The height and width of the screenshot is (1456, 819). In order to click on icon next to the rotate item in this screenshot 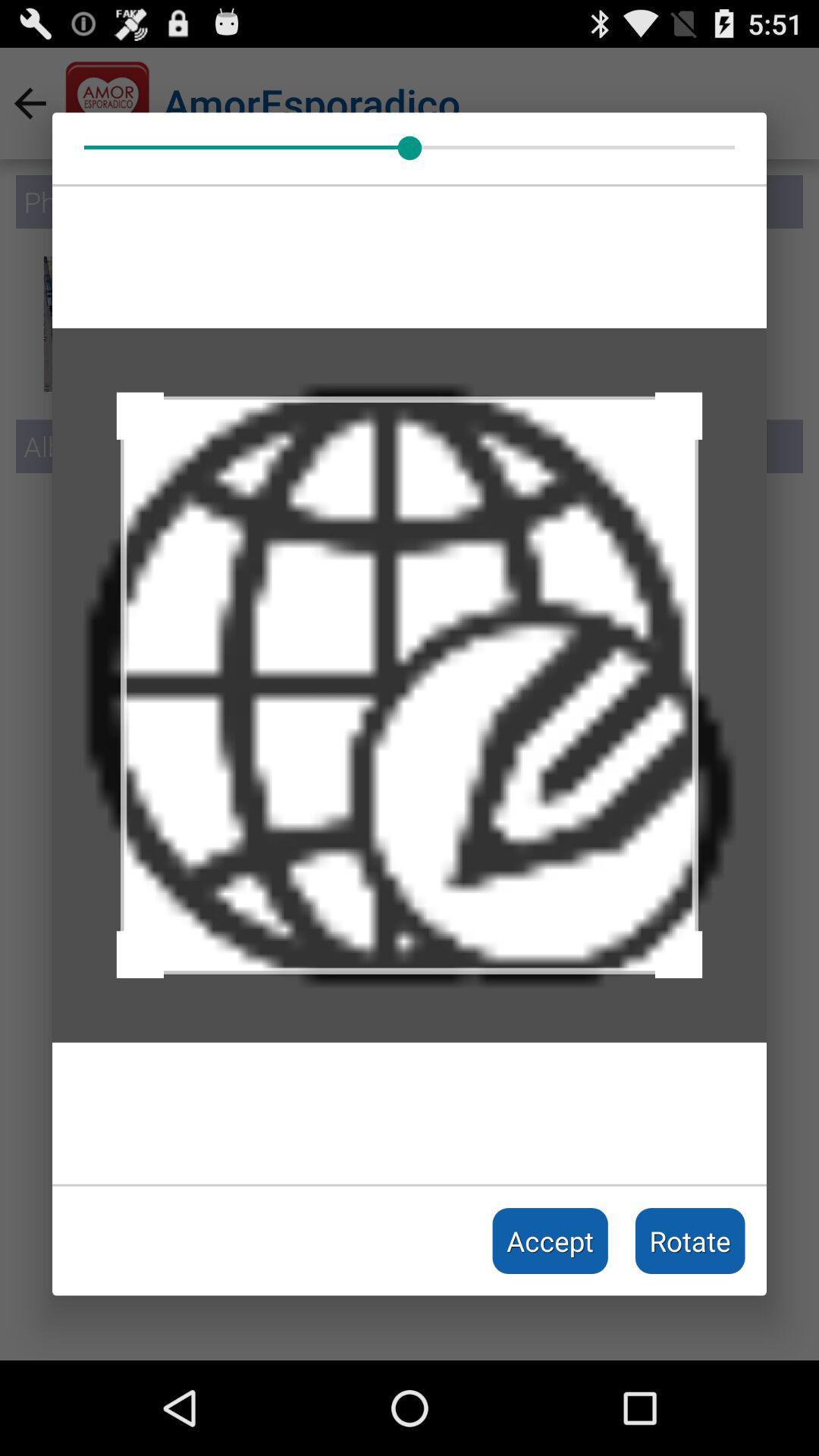, I will do `click(550, 1241)`.